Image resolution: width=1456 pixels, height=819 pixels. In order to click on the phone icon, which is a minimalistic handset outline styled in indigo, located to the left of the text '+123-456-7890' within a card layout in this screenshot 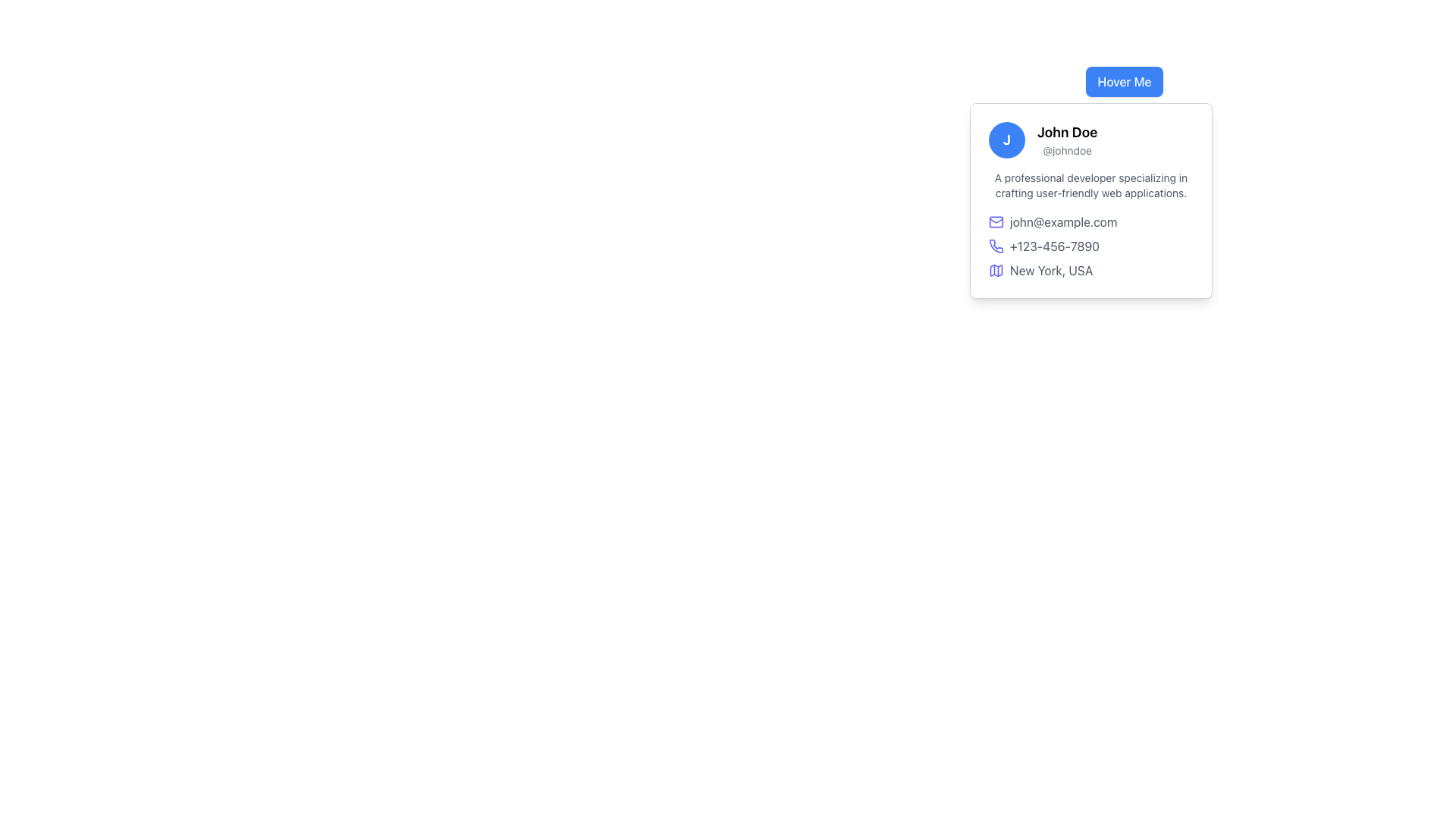, I will do `click(996, 245)`.